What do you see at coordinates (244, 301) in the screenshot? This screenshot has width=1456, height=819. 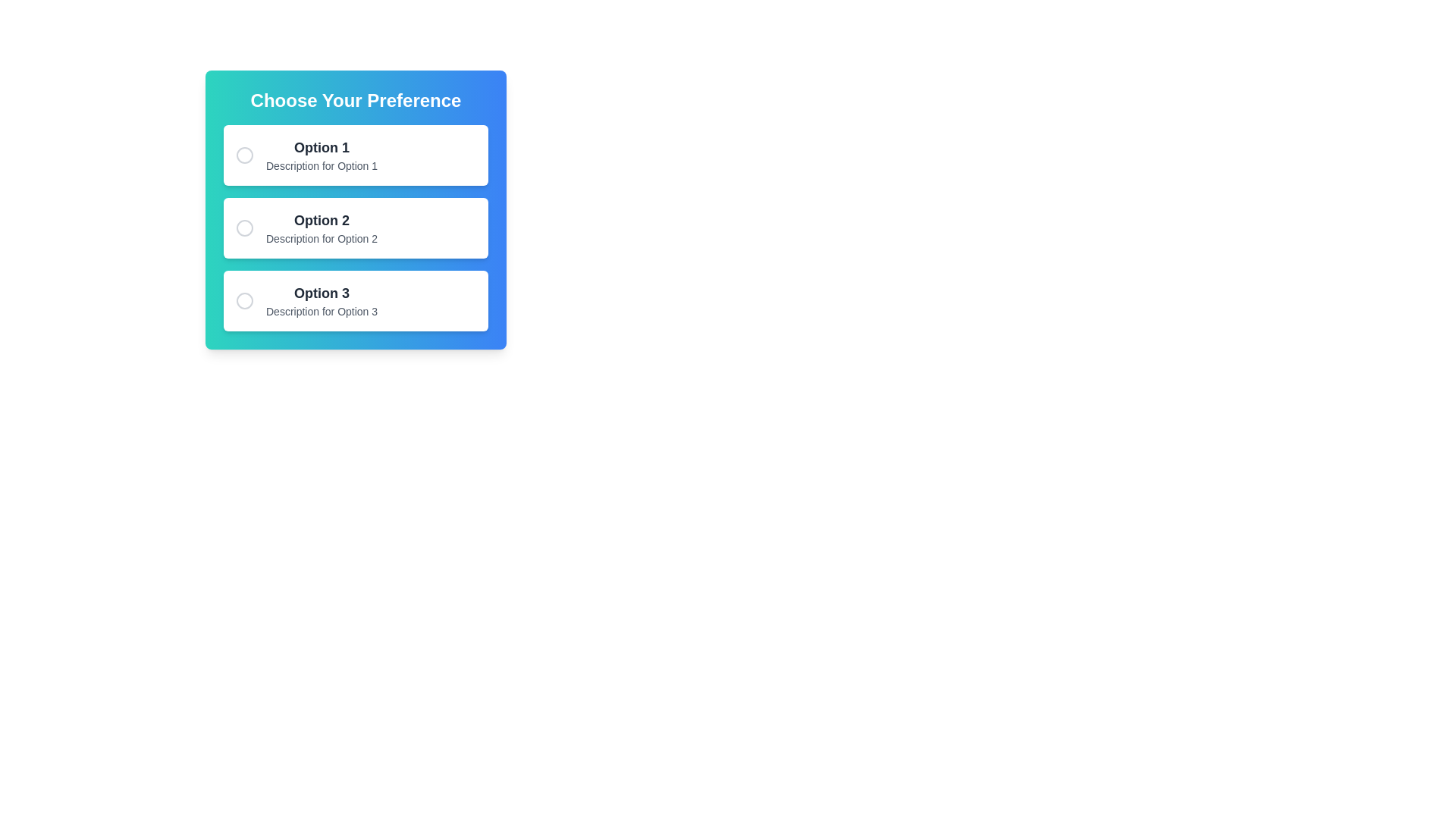 I see `the circular radio button icon located to the left of 'Option 3' in the selection list` at bounding box center [244, 301].